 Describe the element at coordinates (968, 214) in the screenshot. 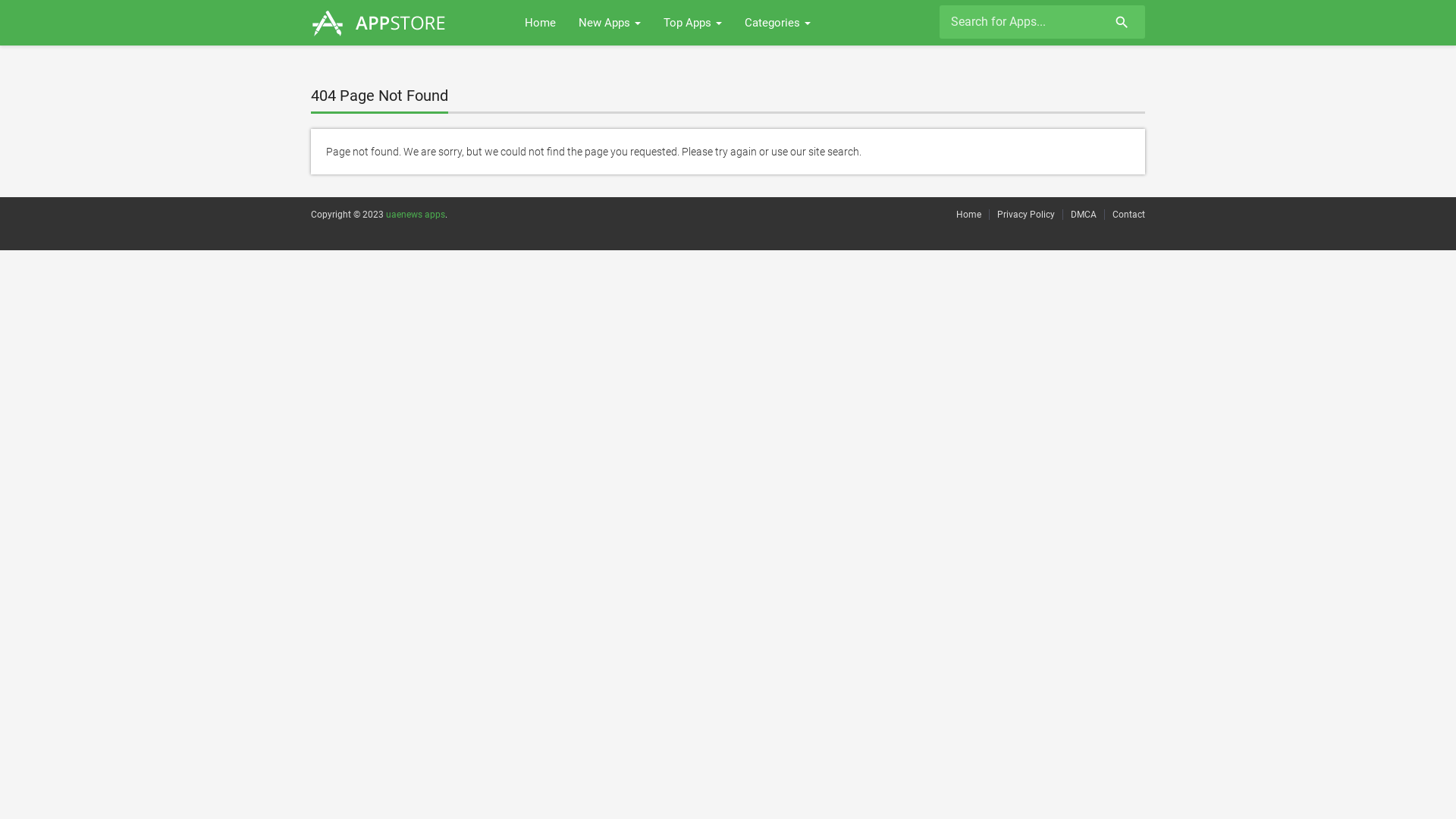

I see `'Home'` at that location.